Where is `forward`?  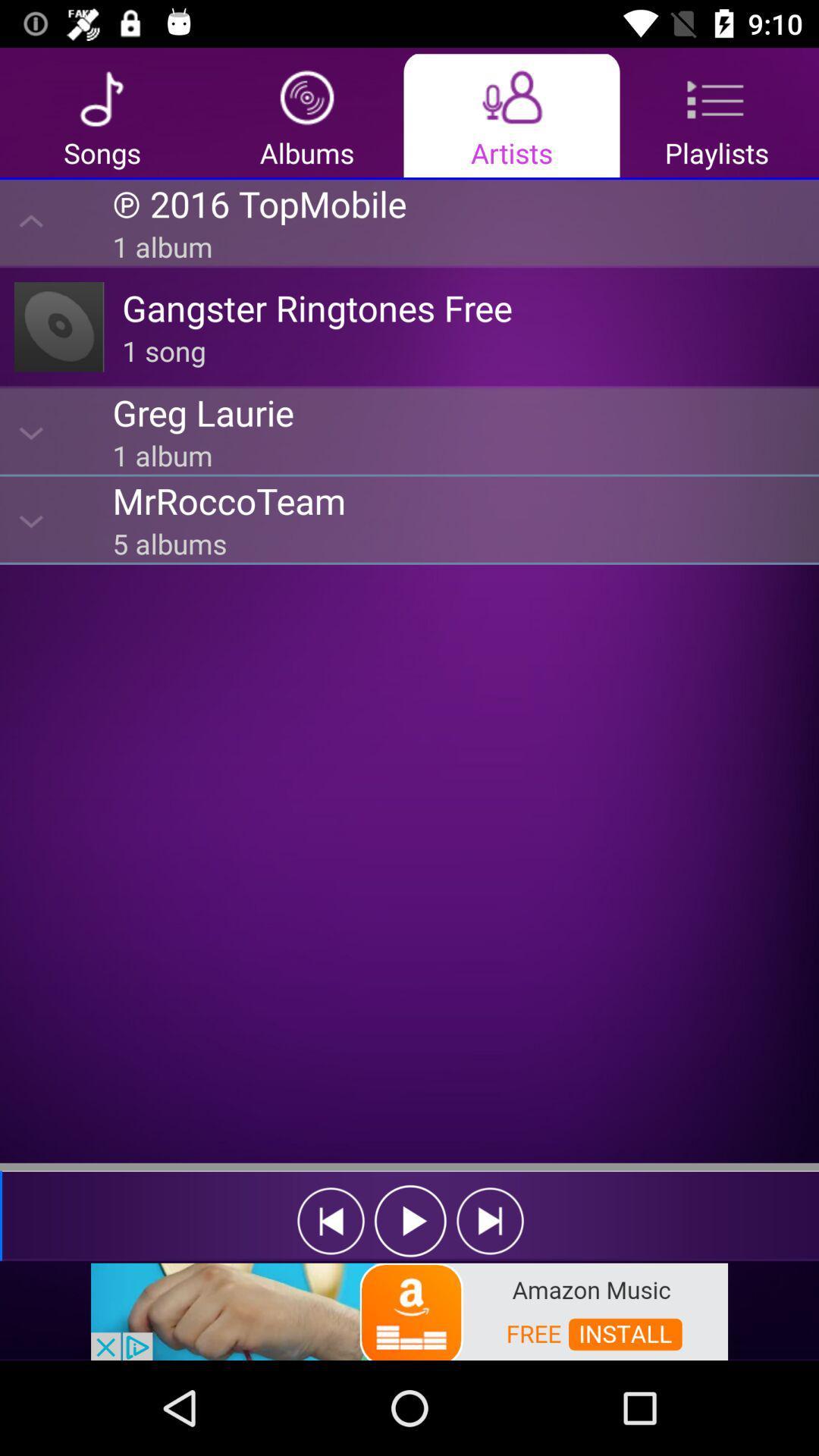 forward is located at coordinates (490, 1221).